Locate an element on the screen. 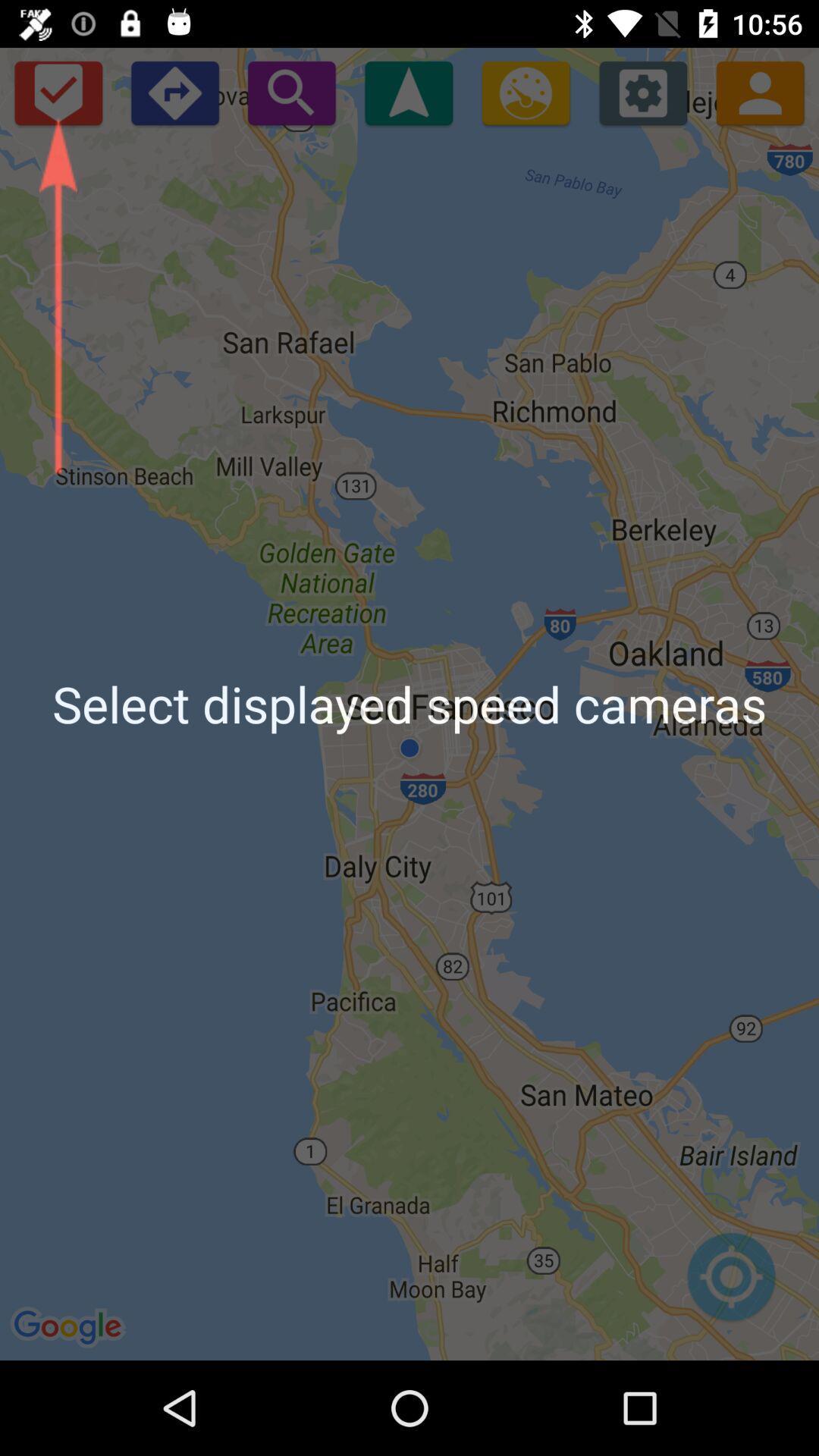  the location_crosshair icon is located at coordinates (730, 1284).